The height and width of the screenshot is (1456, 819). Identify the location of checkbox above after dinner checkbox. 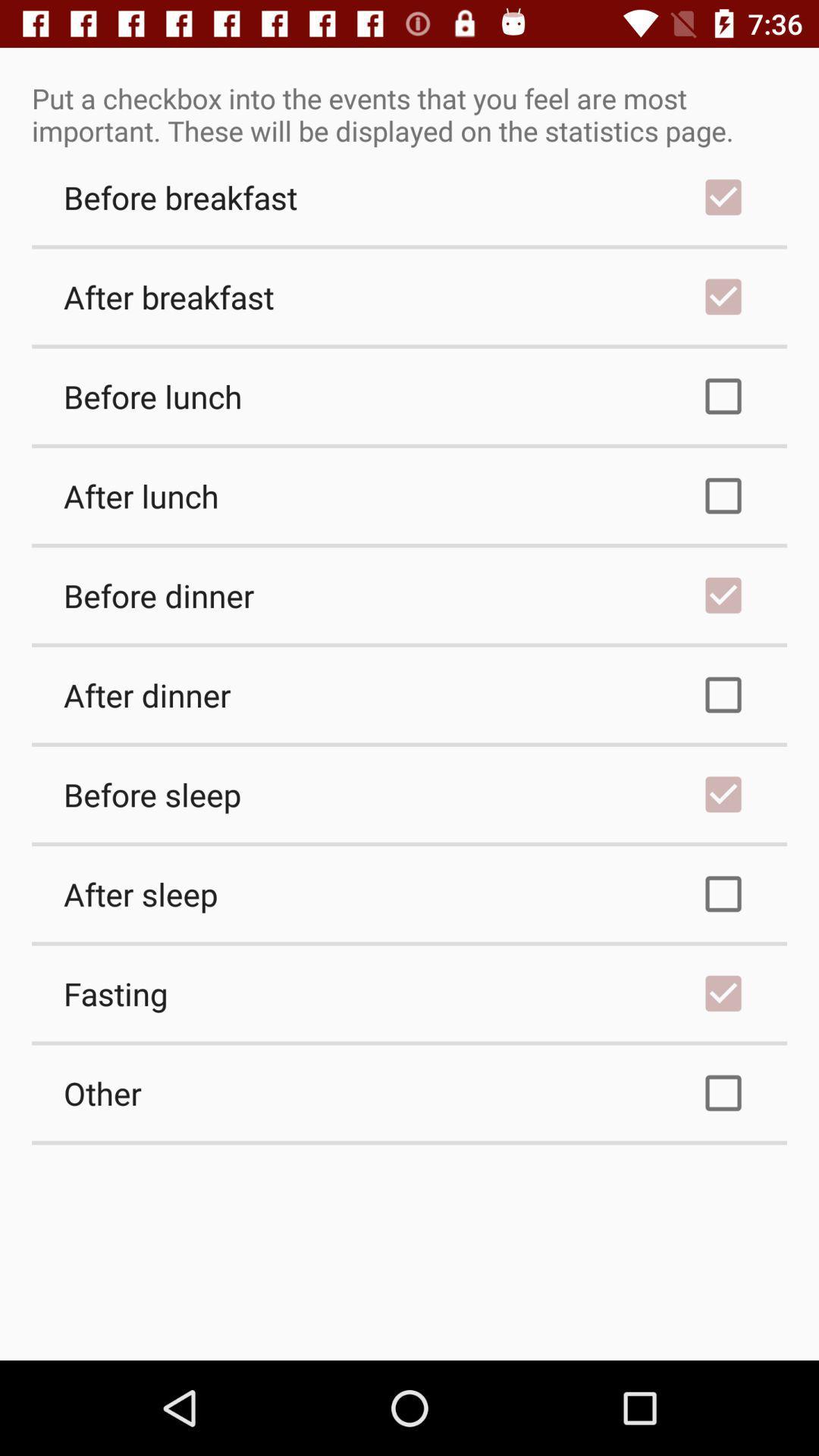
(409, 595).